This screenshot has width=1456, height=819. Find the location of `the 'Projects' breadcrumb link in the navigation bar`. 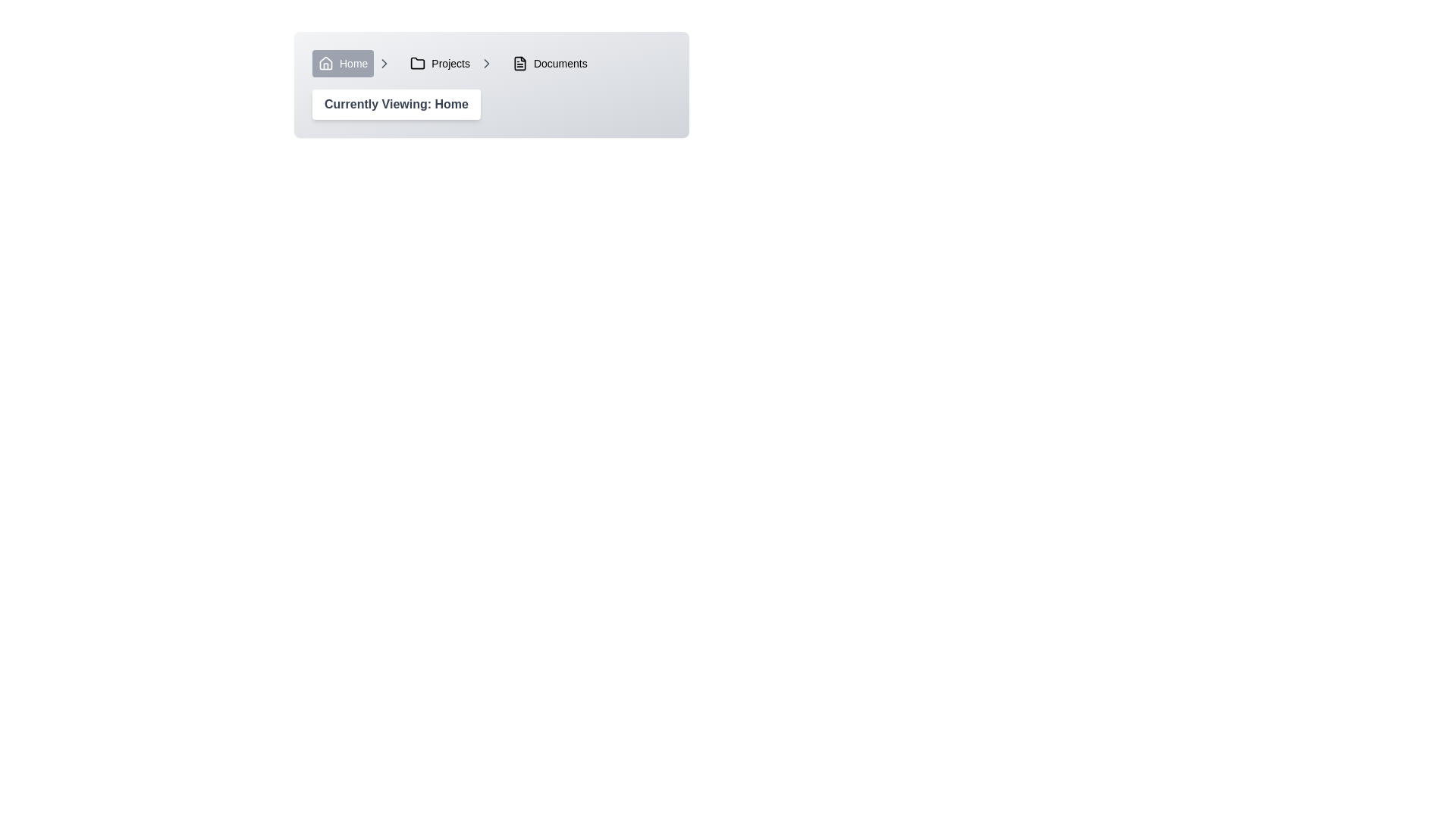

the 'Projects' breadcrumb link in the navigation bar is located at coordinates (439, 63).